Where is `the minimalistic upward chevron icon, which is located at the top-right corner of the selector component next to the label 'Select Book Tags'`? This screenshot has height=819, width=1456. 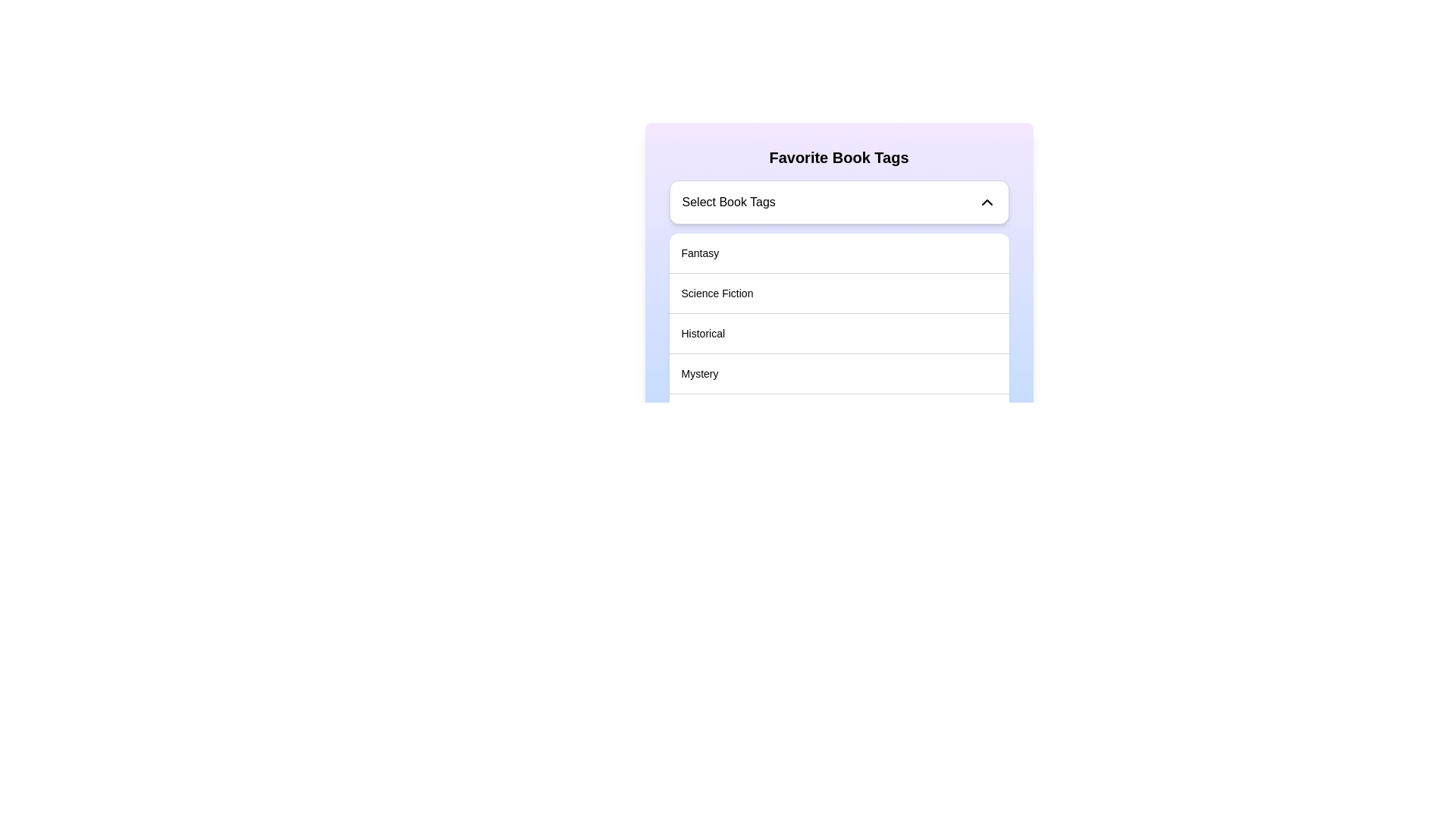
the minimalistic upward chevron icon, which is located at the top-right corner of the selector component next to the label 'Select Book Tags' is located at coordinates (987, 201).